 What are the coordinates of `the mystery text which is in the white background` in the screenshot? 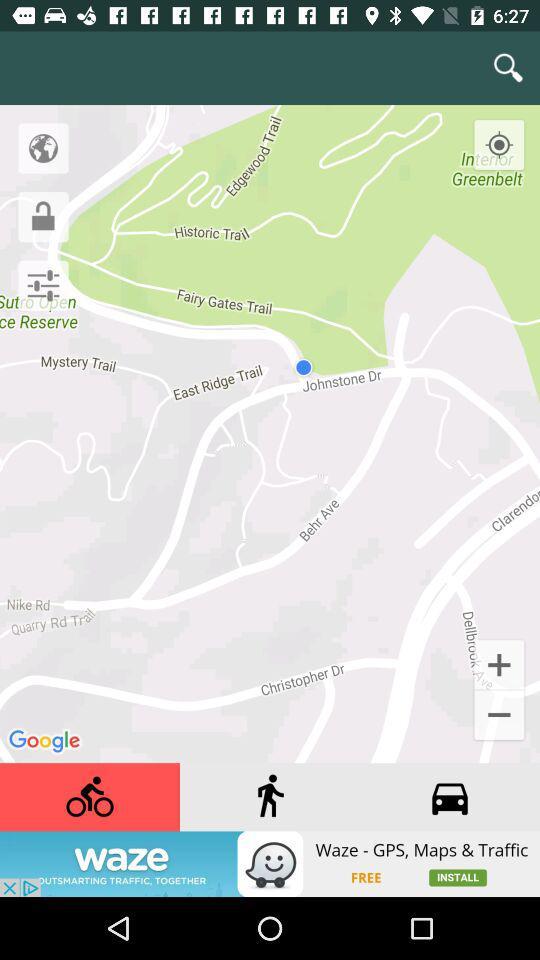 It's located at (40, 375).